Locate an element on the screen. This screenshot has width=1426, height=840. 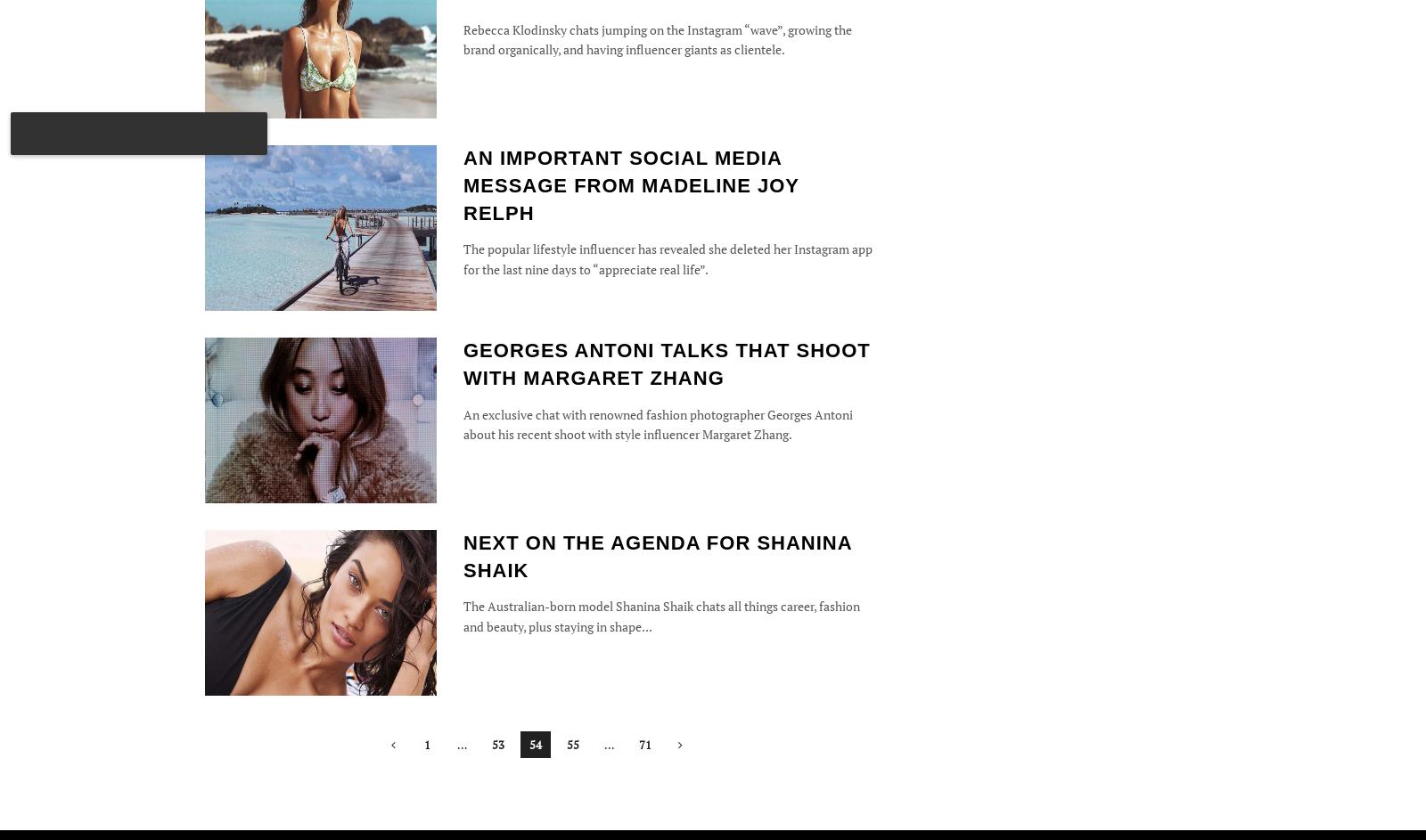
'54' is located at coordinates (527, 743).